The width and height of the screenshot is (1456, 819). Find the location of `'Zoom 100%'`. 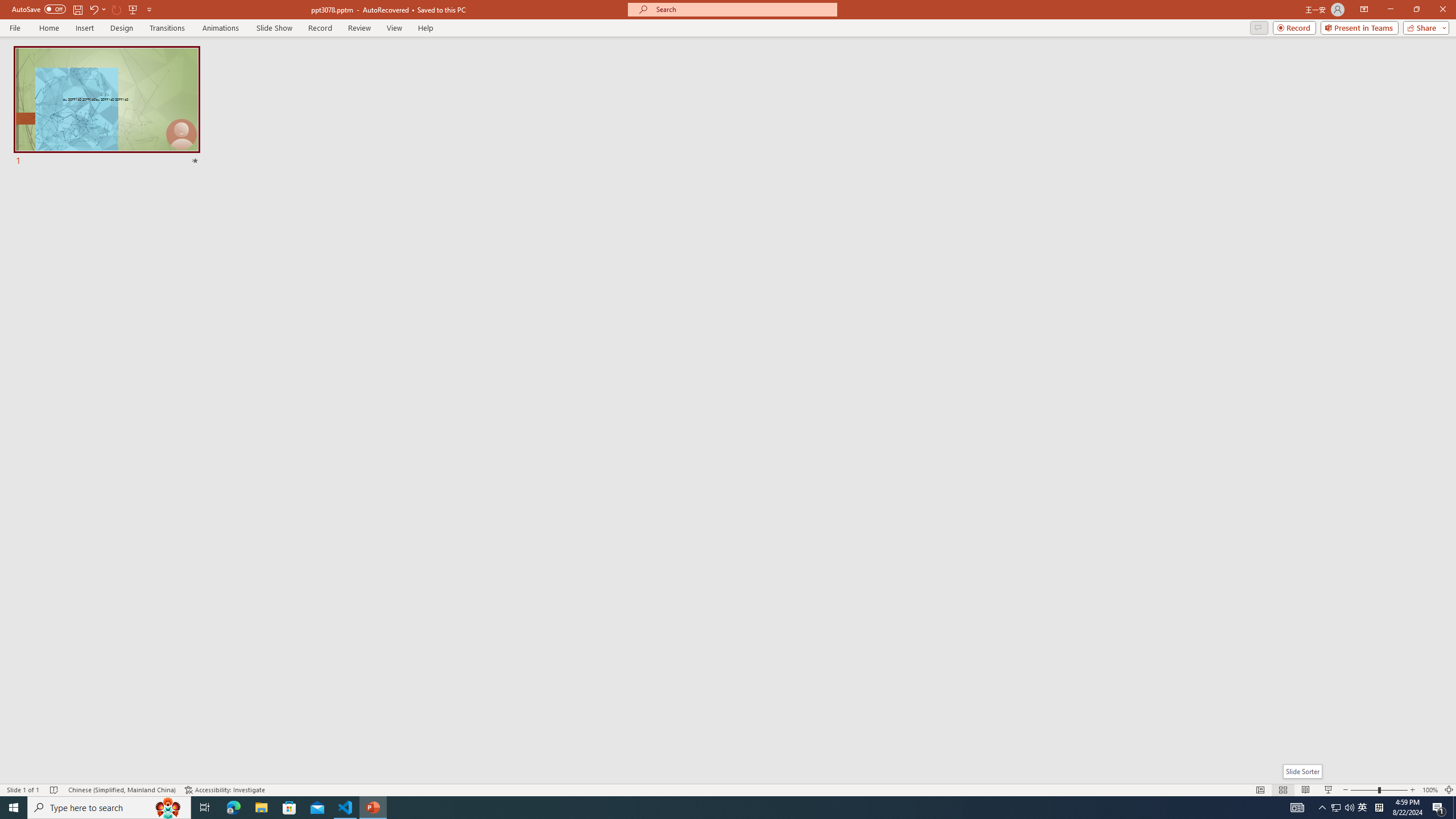

'Zoom 100%' is located at coordinates (1430, 790).